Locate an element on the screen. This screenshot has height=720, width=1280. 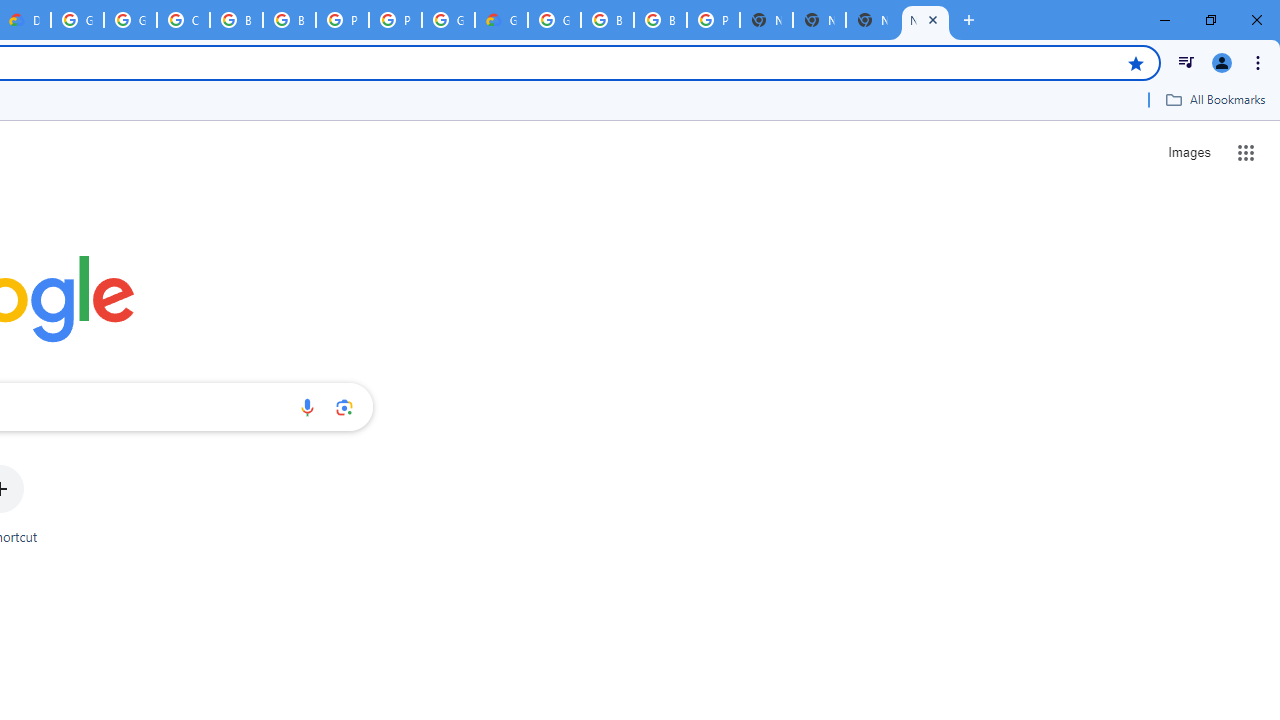
'Browse Chrome as a guest - Computer - Google Chrome Help' is located at coordinates (236, 20).